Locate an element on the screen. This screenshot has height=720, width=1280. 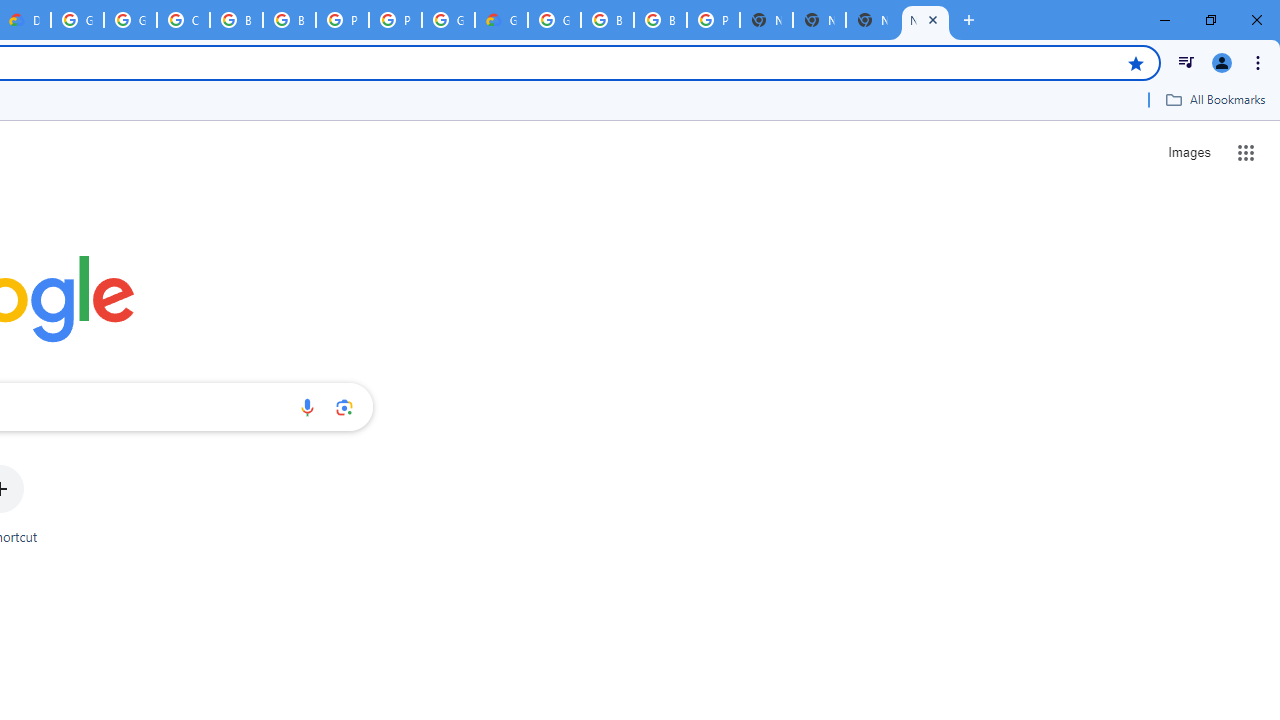
'Browse Chrome as a guest - Computer - Google Chrome Help' is located at coordinates (236, 20).